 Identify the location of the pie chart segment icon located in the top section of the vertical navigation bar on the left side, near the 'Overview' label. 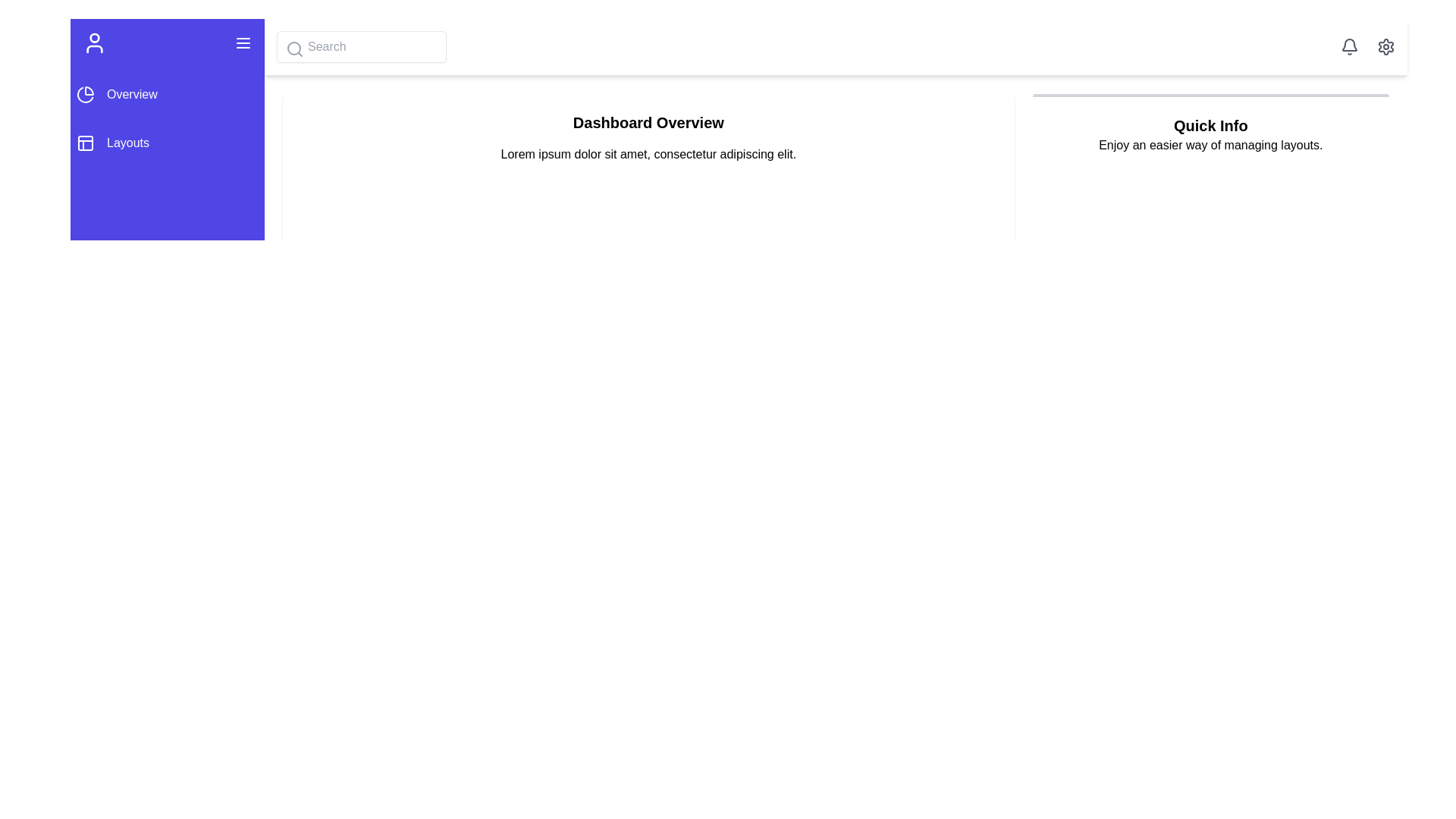
(84, 95).